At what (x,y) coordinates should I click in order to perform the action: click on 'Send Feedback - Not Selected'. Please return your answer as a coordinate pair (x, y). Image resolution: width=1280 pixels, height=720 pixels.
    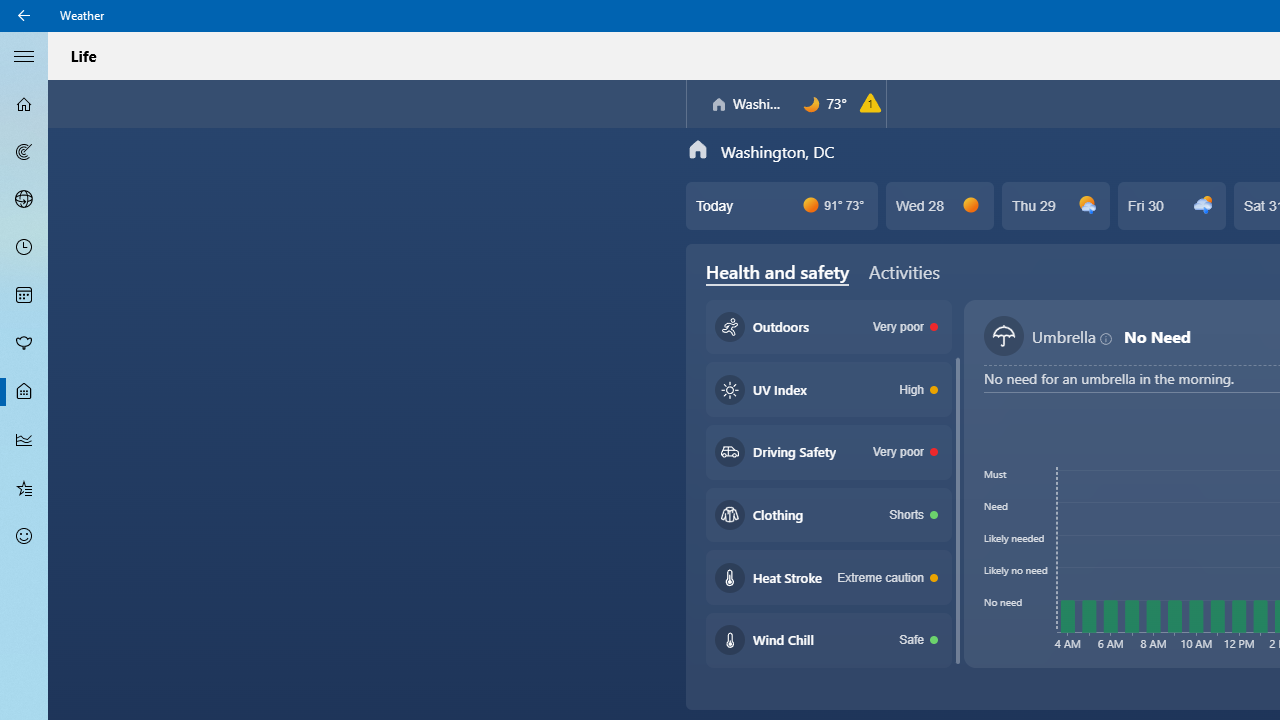
    Looking at the image, I should click on (24, 535).